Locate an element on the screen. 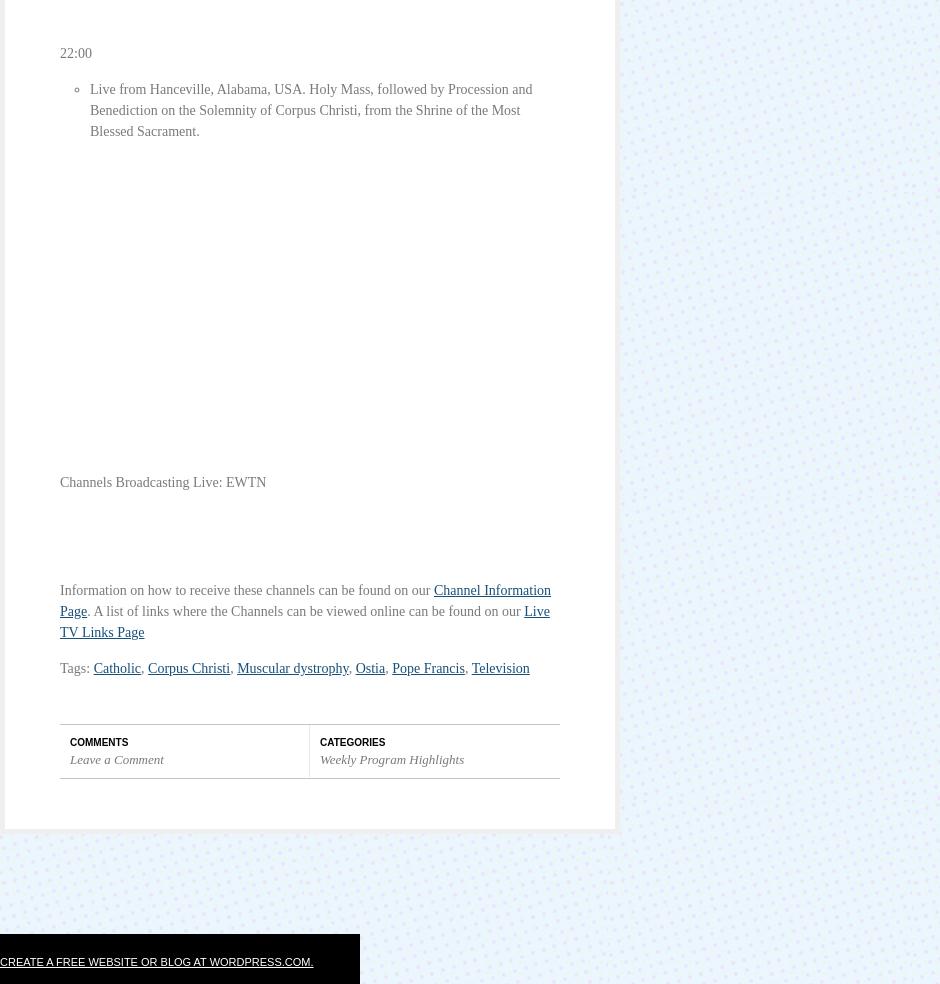  'Ostia' is located at coordinates (368, 668).